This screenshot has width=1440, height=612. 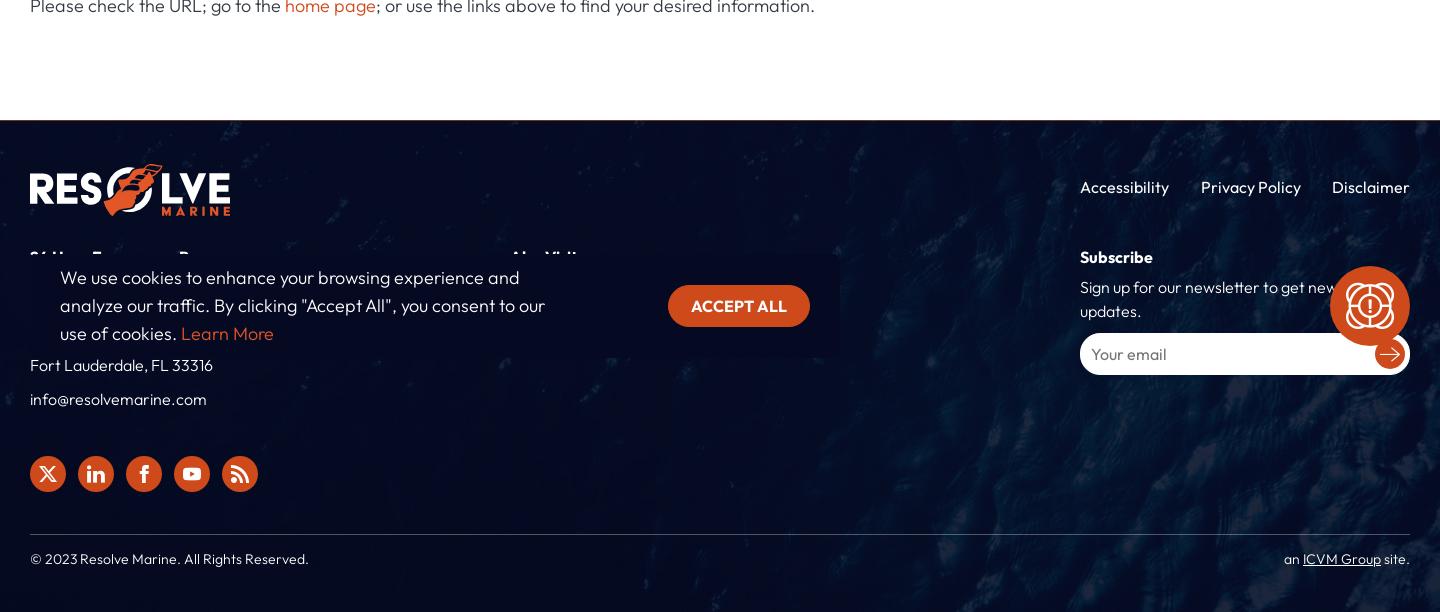 I want to click on 'We use cookies to enhance your browsing experience and analyze our traffic. By clicking "Accept All", you consent to our use of cookies.', so click(x=302, y=304).